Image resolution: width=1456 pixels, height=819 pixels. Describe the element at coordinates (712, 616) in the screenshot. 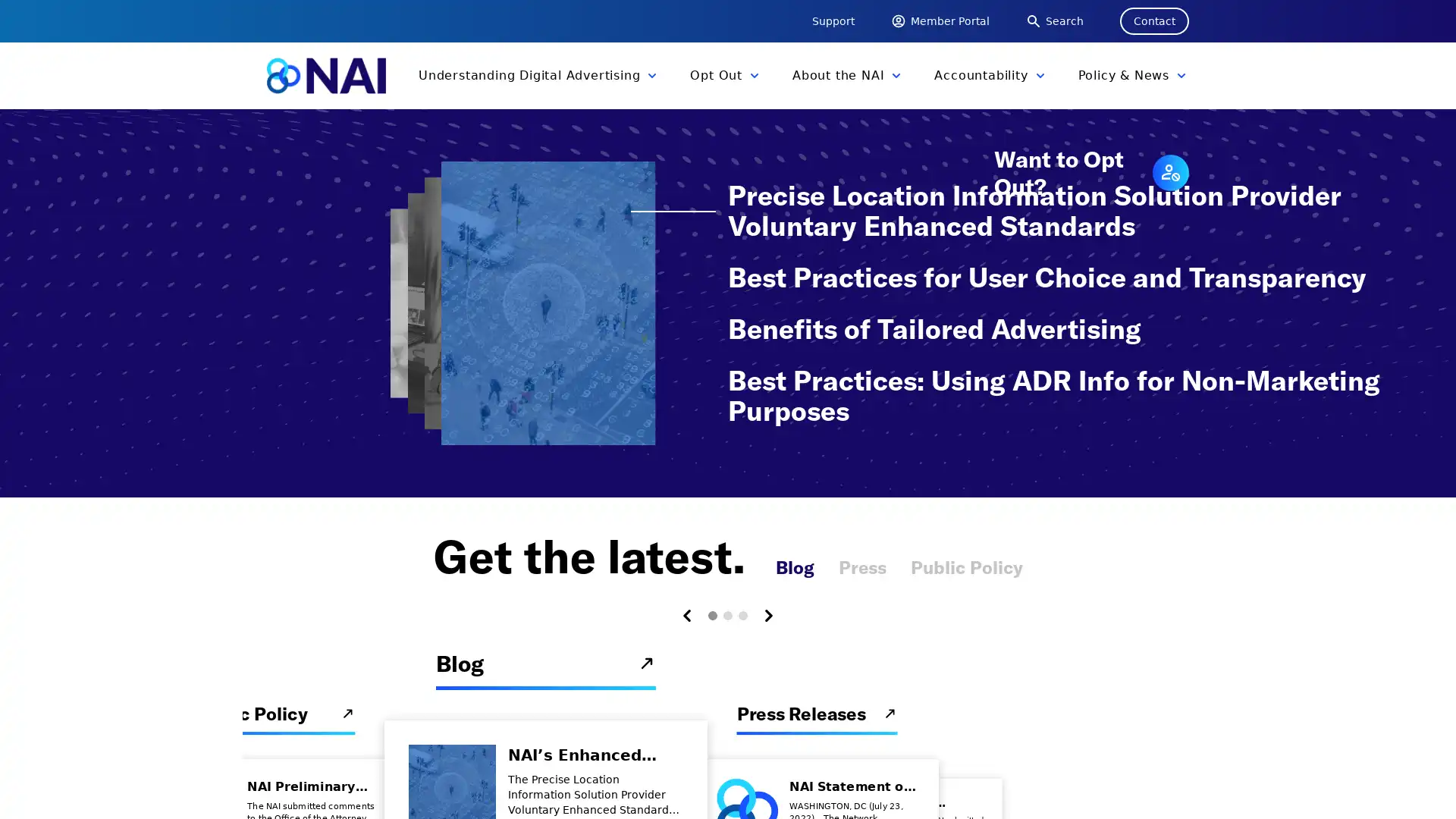

I see `Carousel Page 1 (Current Slide)` at that location.